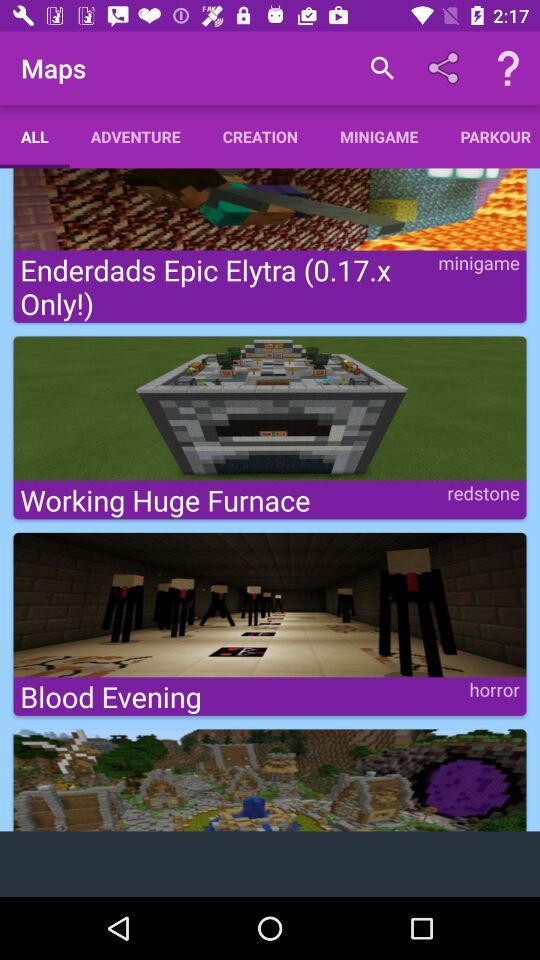  Describe the element at coordinates (135, 135) in the screenshot. I see `item below the maps icon` at that location.